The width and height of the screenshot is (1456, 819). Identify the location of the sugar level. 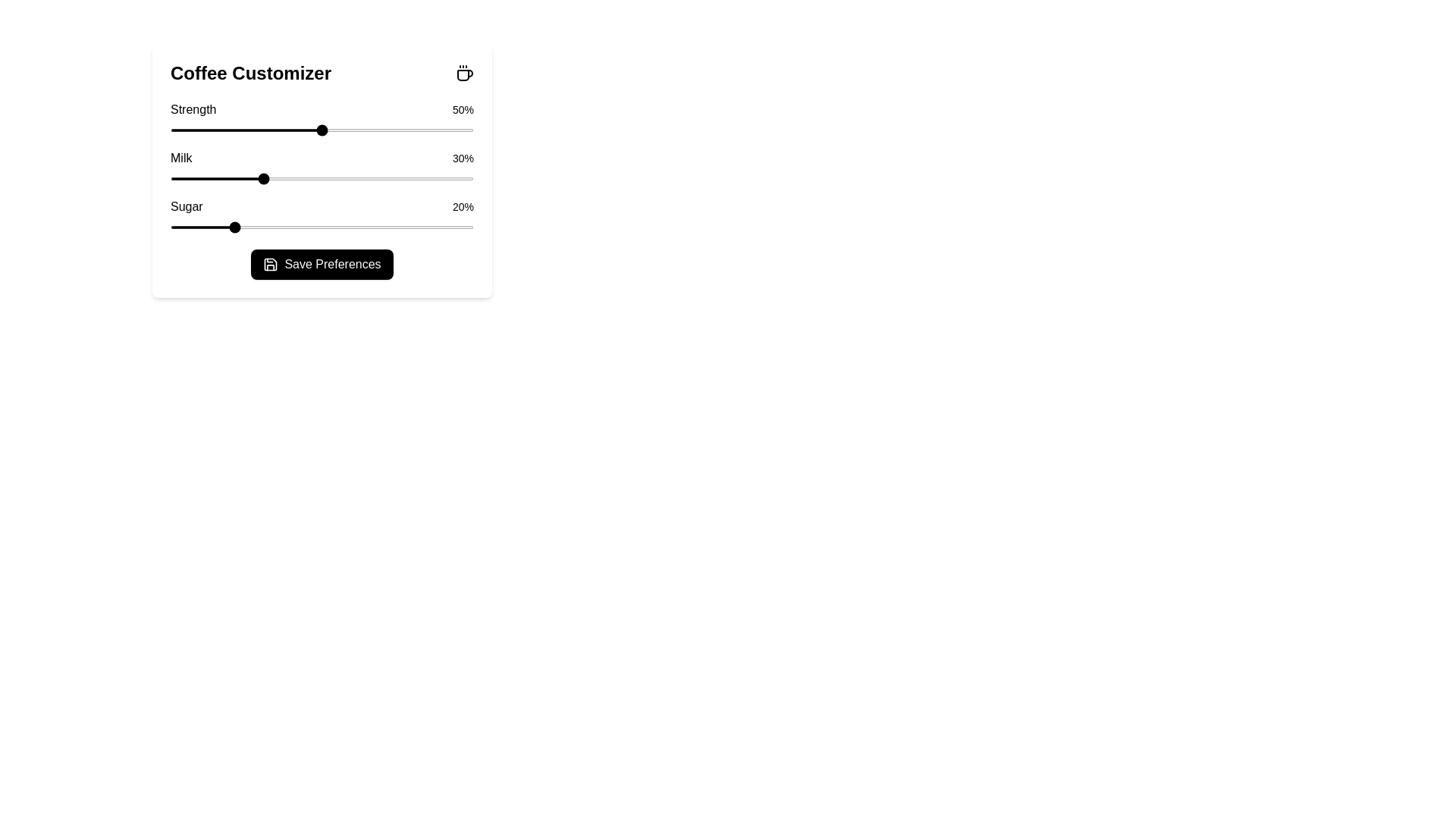
(340, 227).